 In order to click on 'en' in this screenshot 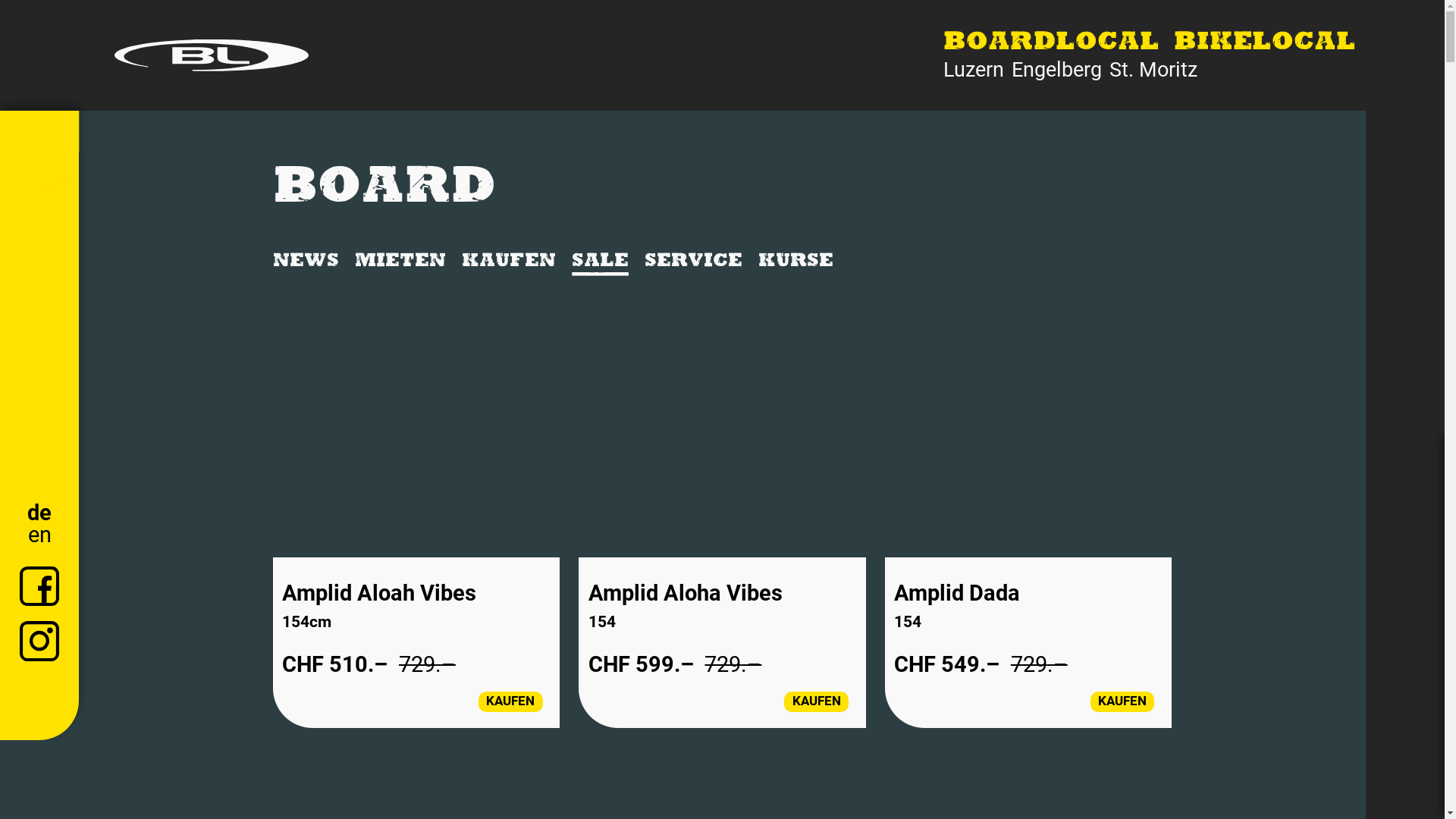, I will do `click(39, 534)`.